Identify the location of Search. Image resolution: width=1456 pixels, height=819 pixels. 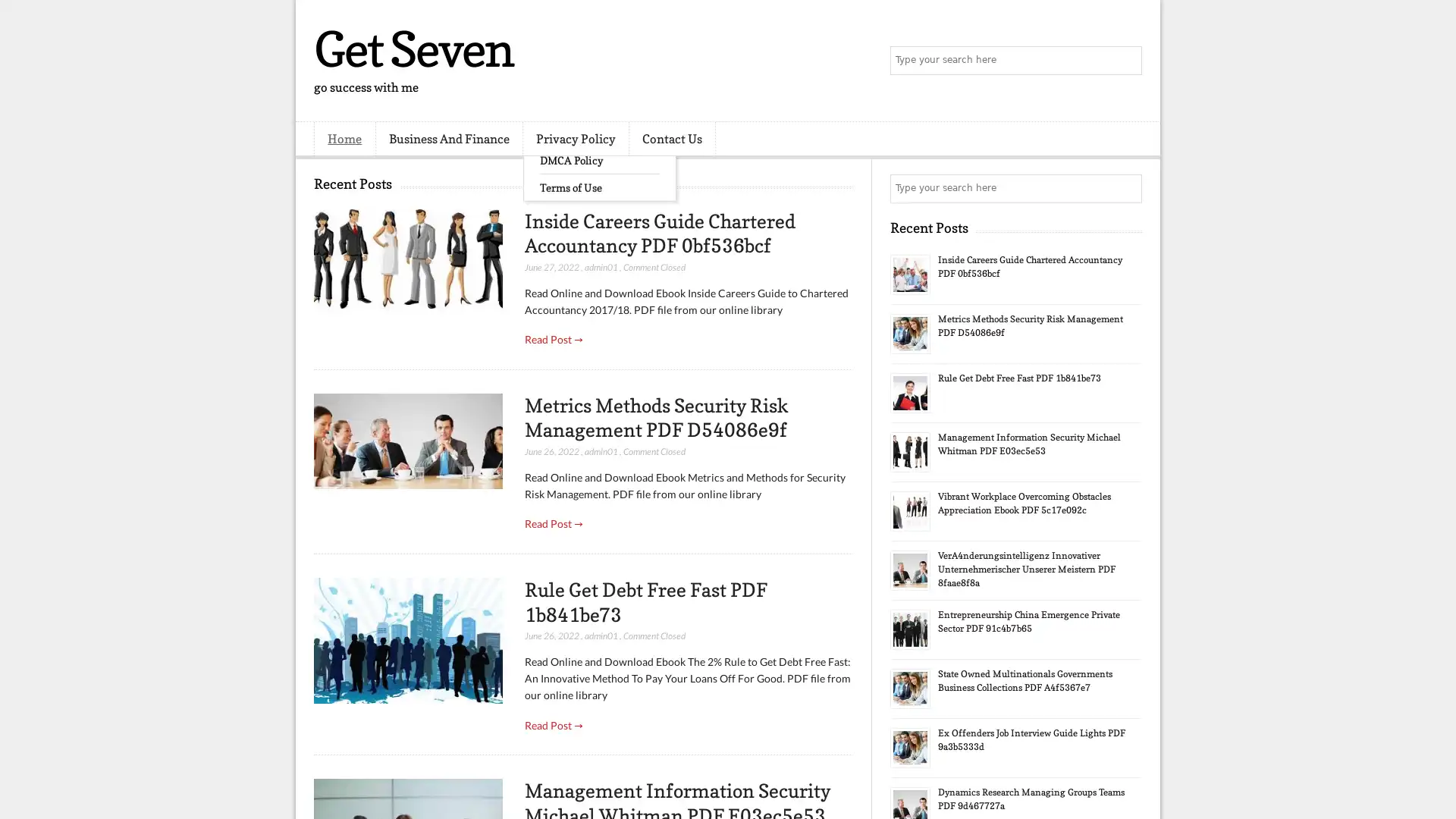
(1126, 188).